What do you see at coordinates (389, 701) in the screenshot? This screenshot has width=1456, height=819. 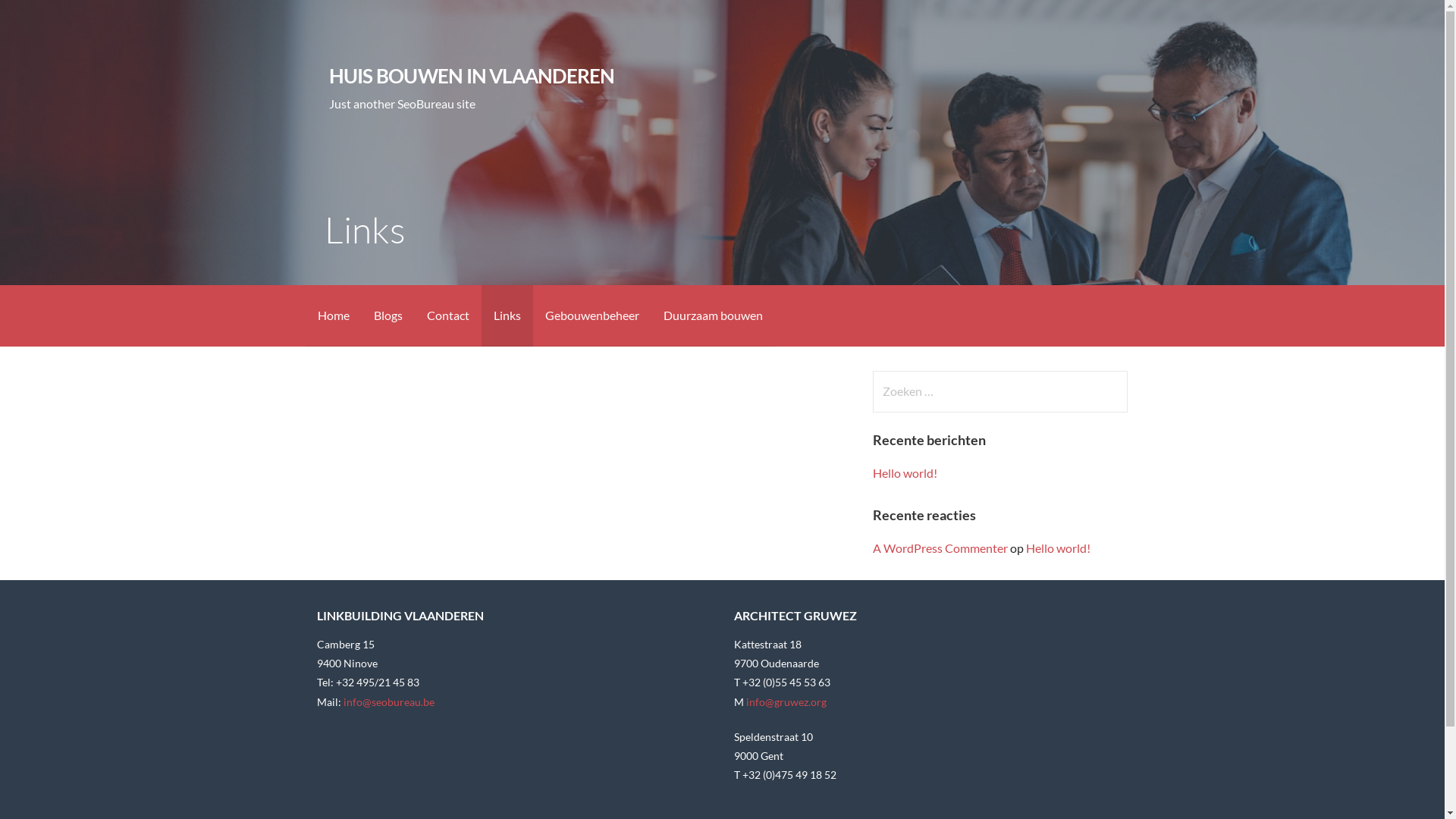 I see `'info@seobureau.be'` at bounding box center [389, 701].